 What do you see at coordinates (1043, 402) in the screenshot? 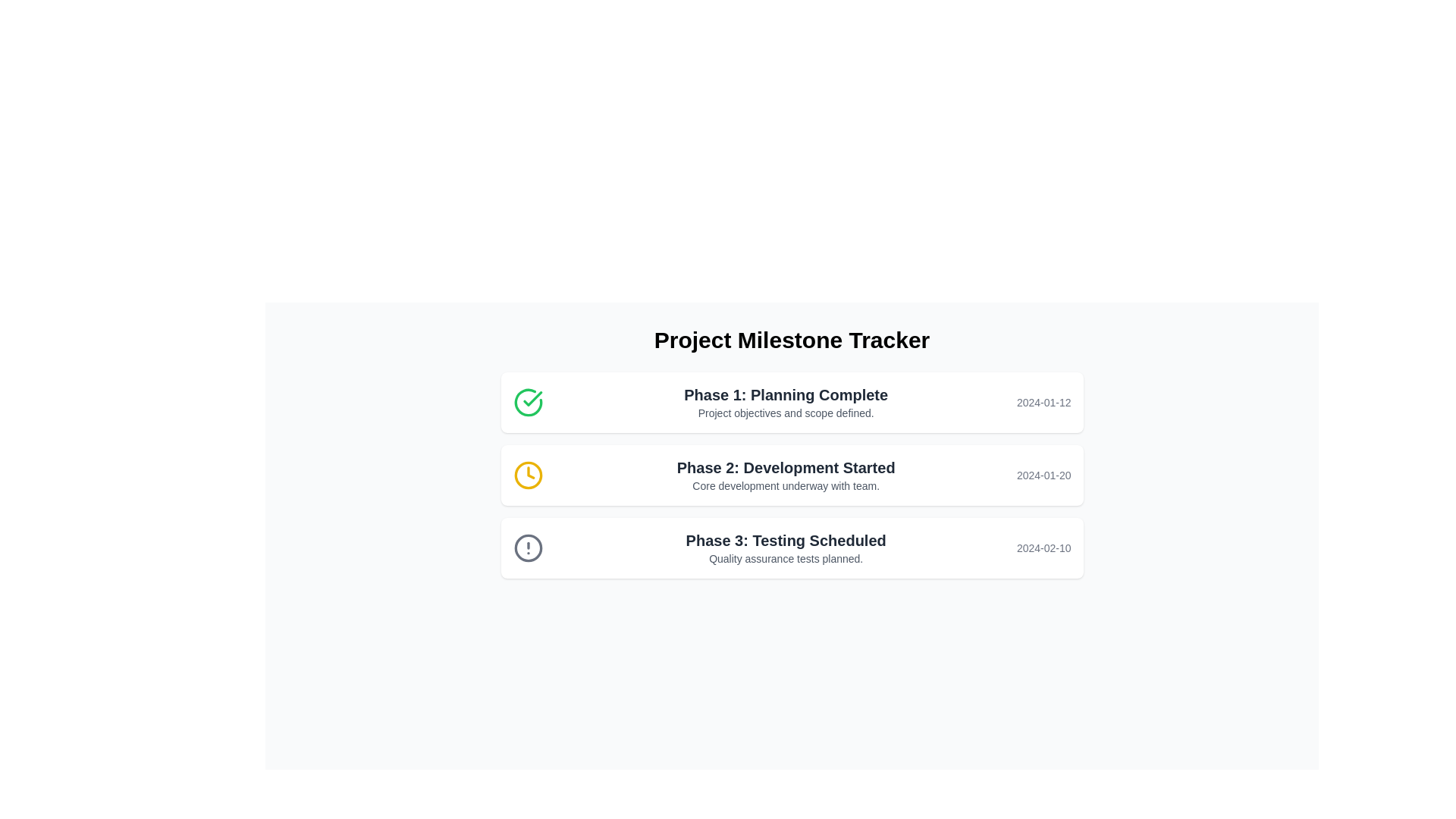
I see `the static text display that shows the date related to the milestone in the 'Phase 1: Planning Complete' box` at bounding box center [1043, 402].